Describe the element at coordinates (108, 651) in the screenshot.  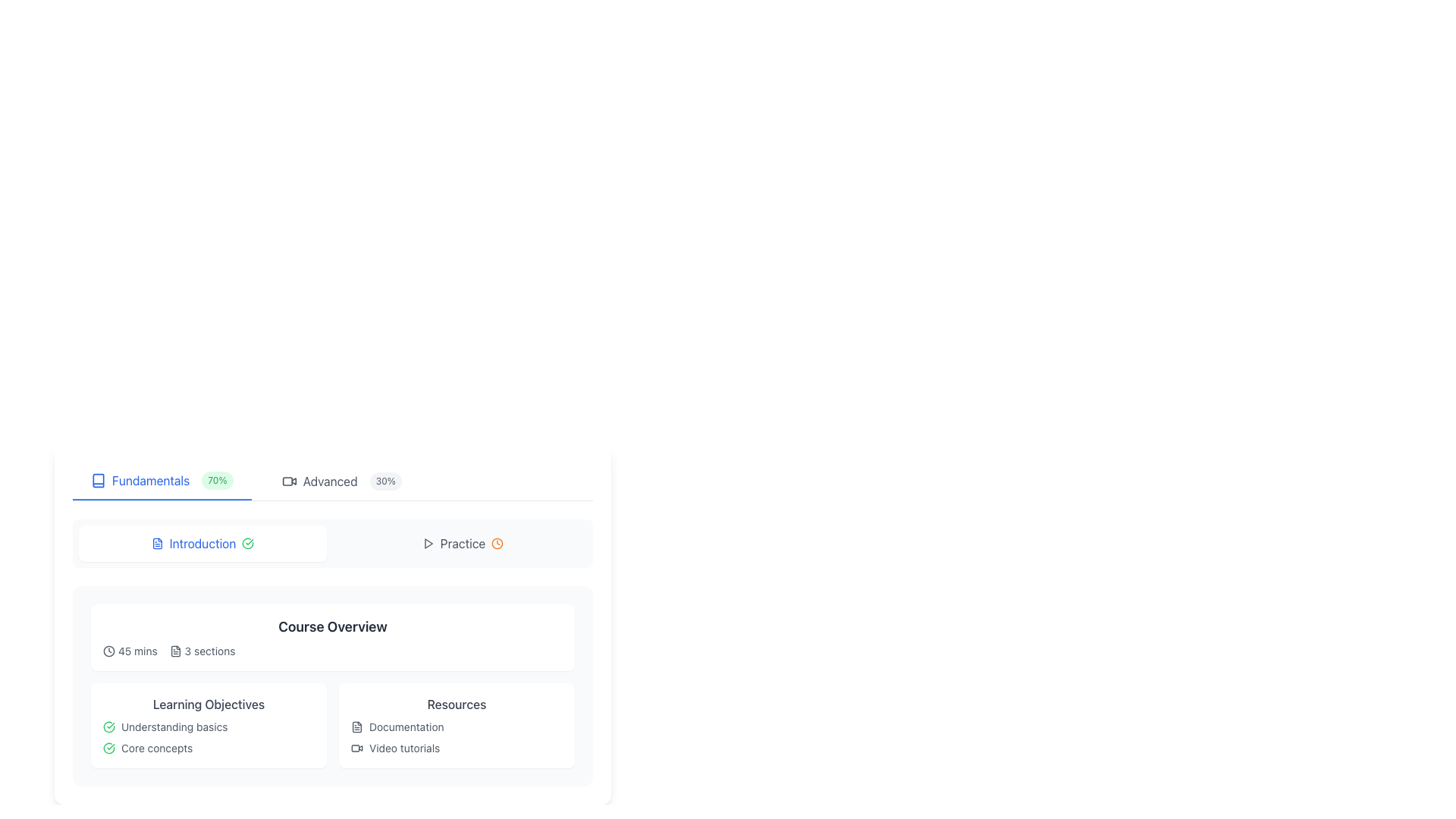
I see `the clock icon that visually indicates the duration or time-related information associated with the text '45 mins', located to the left of the text` at that location.